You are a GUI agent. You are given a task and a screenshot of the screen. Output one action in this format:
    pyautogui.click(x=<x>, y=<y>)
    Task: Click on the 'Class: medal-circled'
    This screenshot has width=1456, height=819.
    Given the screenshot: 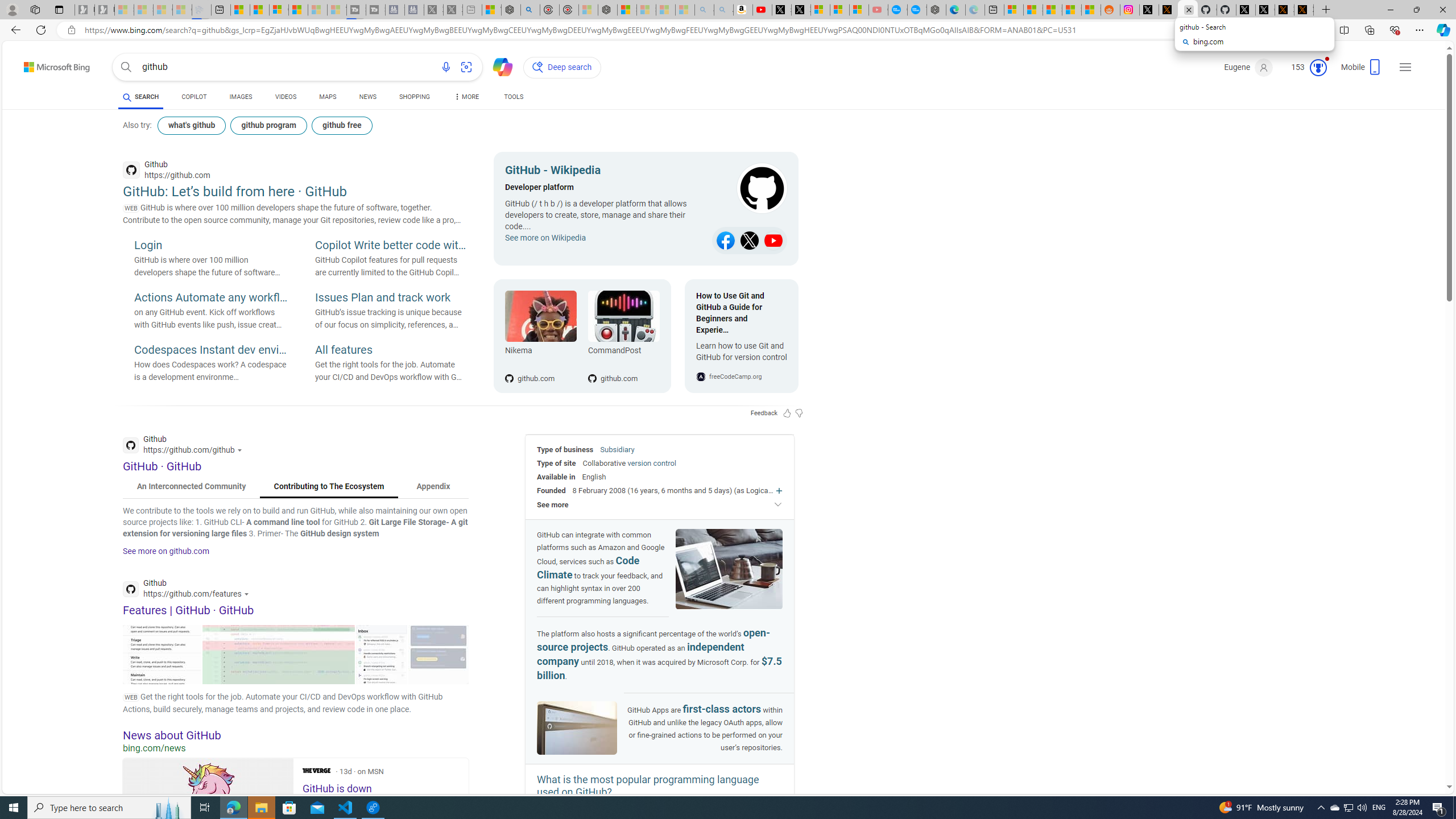 What is the action you would take?
    pyautogui.click(x=1318, y=67)
    